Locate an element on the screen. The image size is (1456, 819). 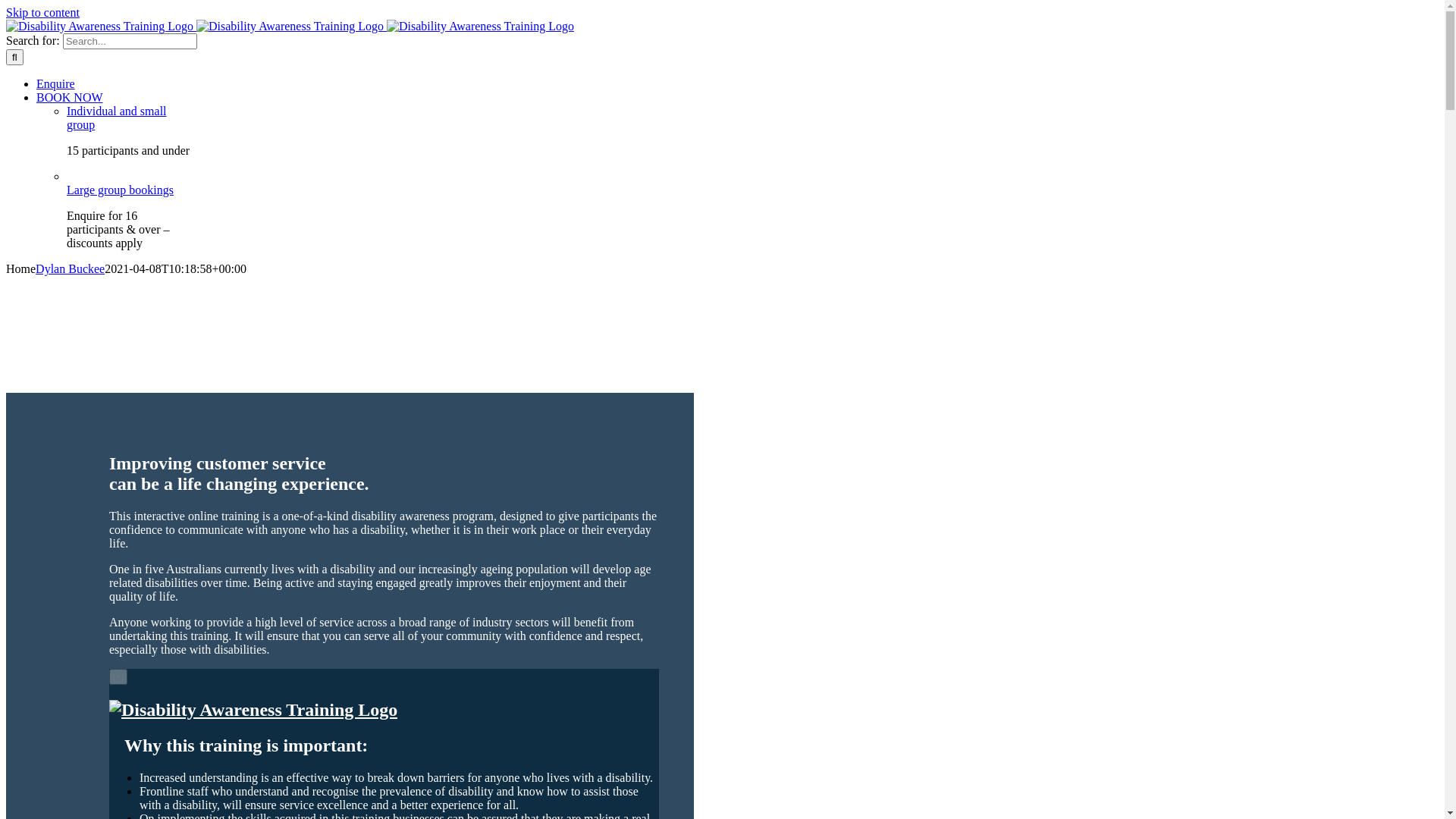
'Skip to content' is located at coordinates (42, 12).